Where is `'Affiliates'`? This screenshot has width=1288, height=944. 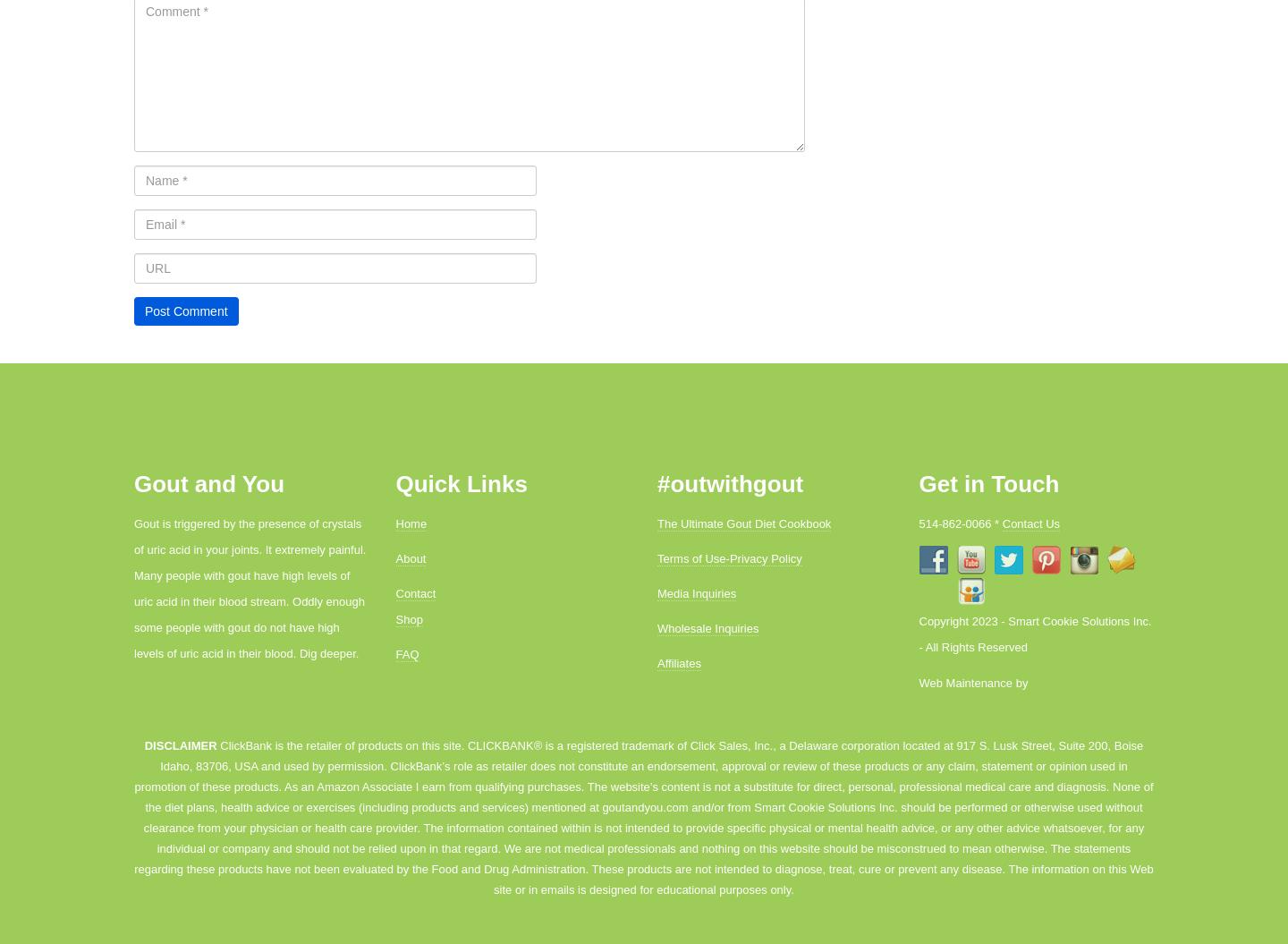 'Affiliates' is located at coordinates (678, 663).